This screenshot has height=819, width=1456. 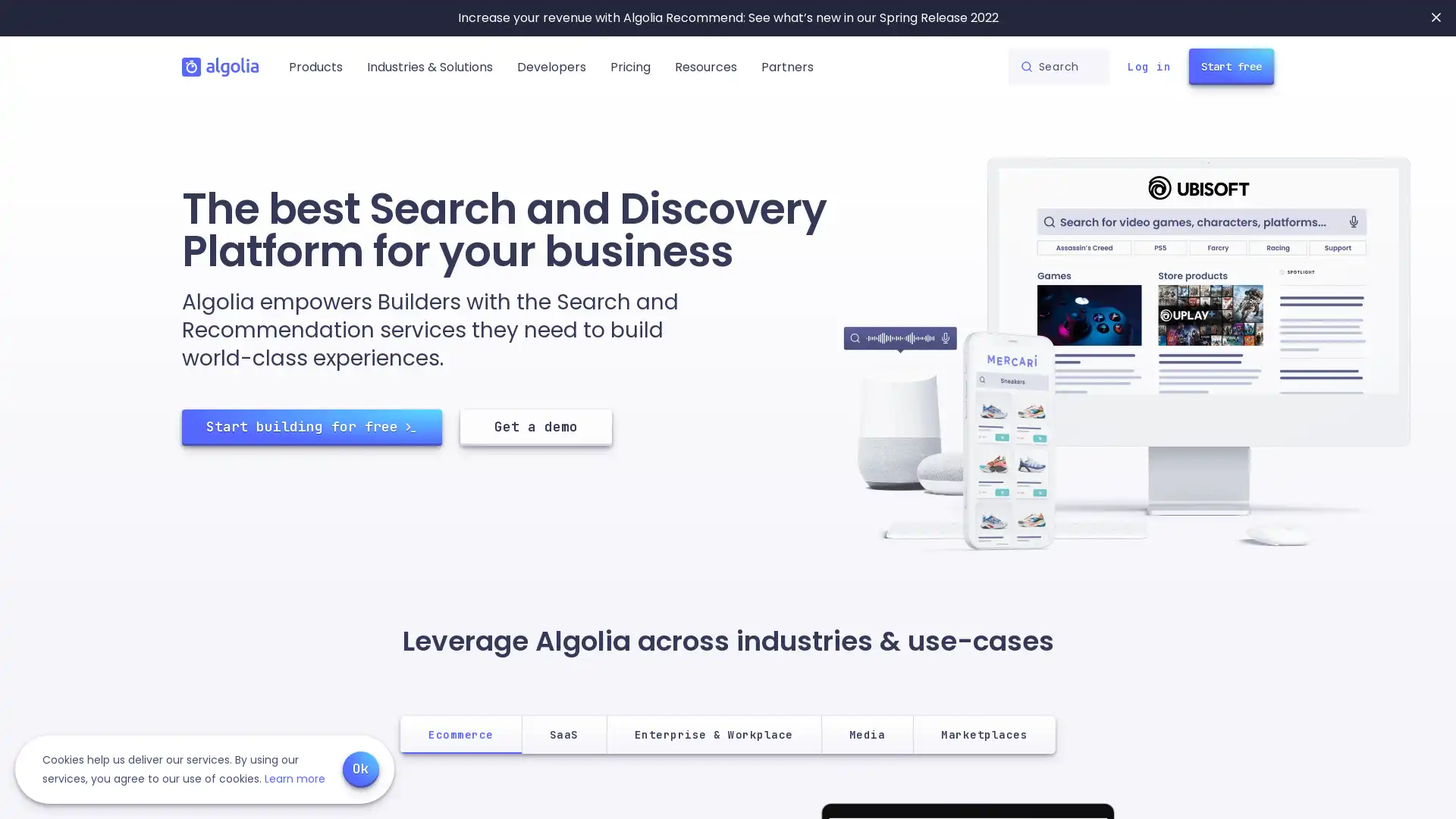 What do you see at coordinates (359, 769) in the screenshot?
I see `Ok` at bounding box center [359, 769].